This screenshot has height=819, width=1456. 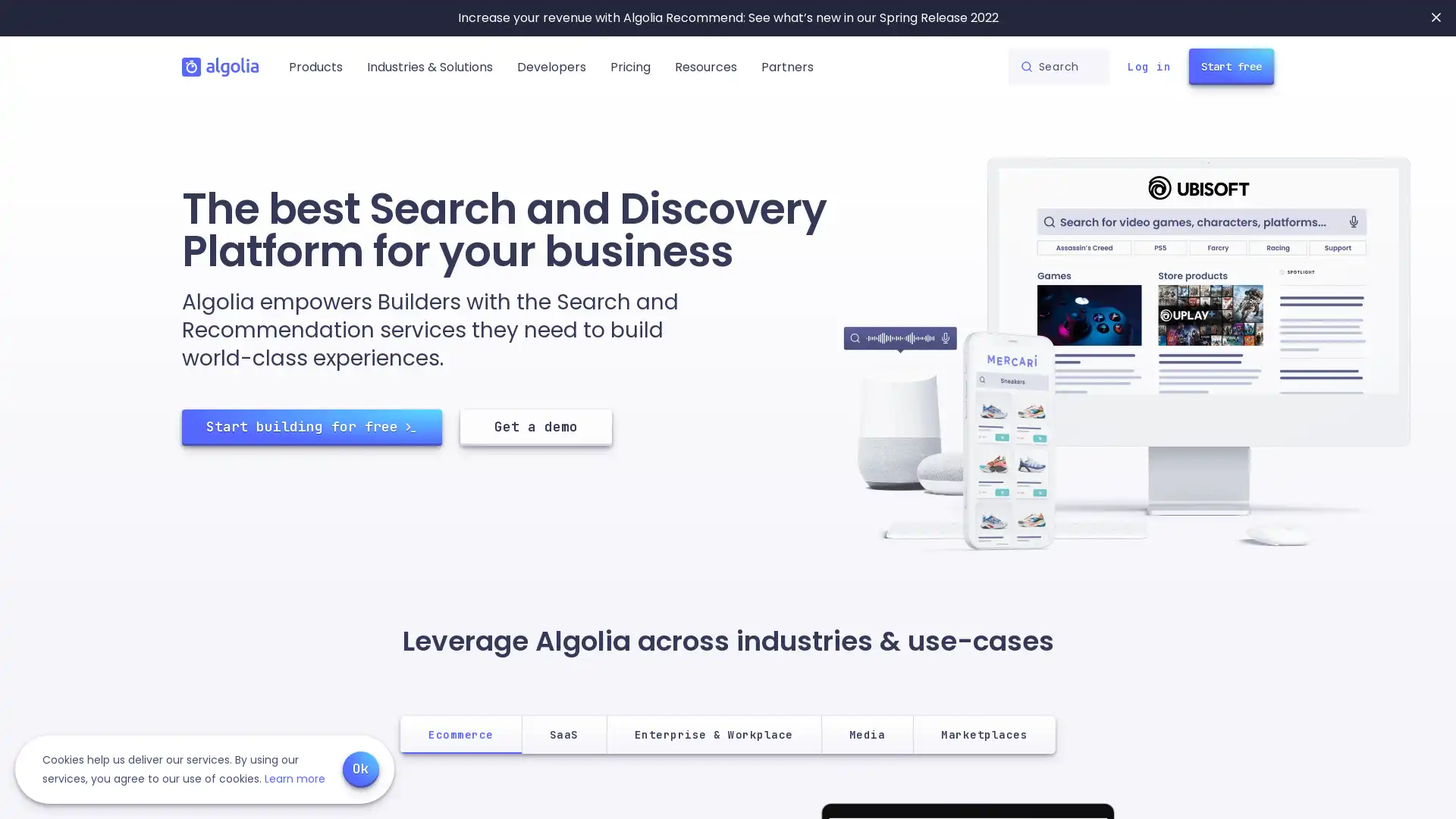 What do you see at coordinates (359, 769) in the screenshot?
I see `Ok` at bounding box center [359, 769].